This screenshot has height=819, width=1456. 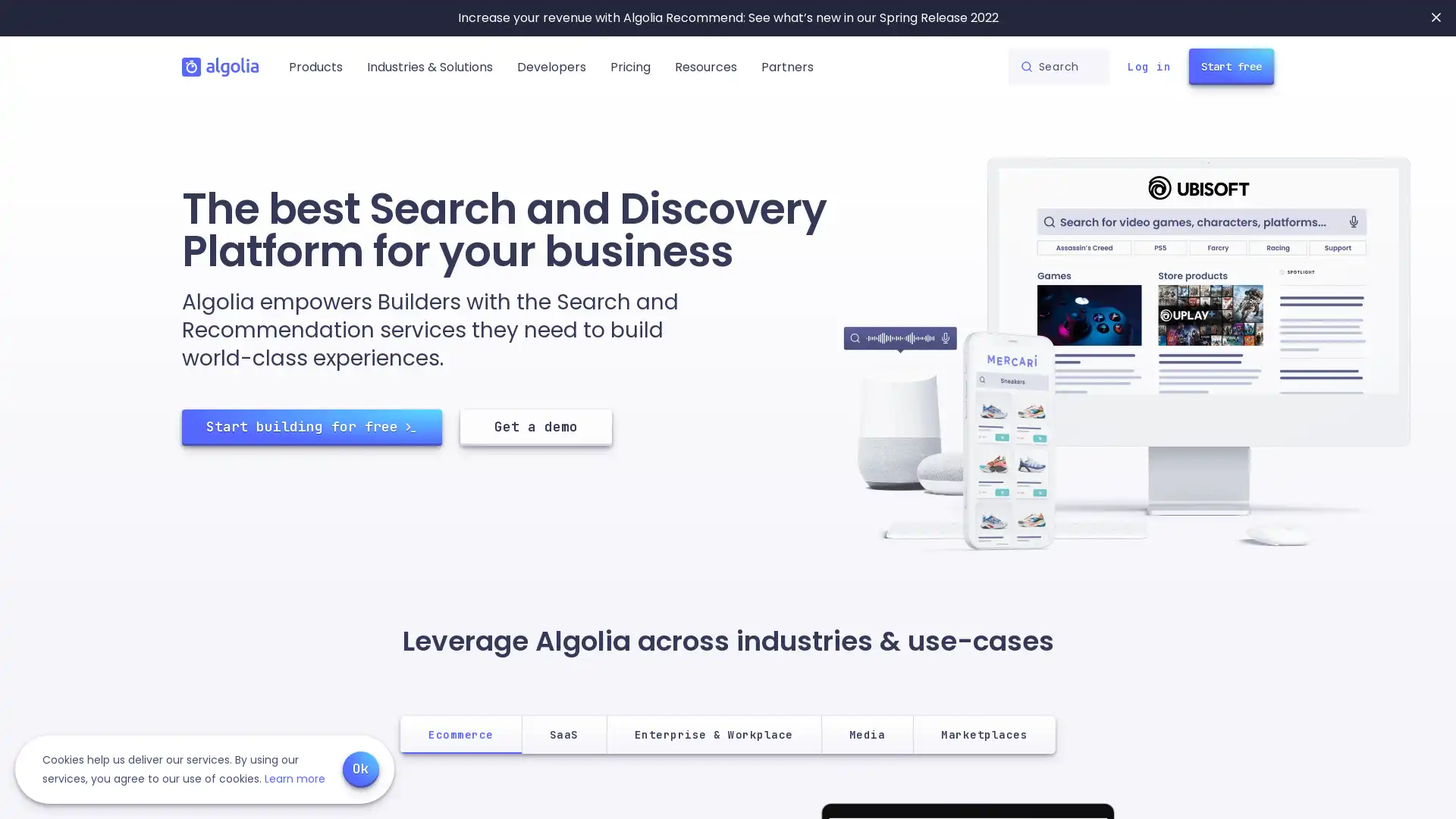 What do you see at coordinates (359, 769) in the screenshot?
I see `Ok` at bounding box center [359, 769].